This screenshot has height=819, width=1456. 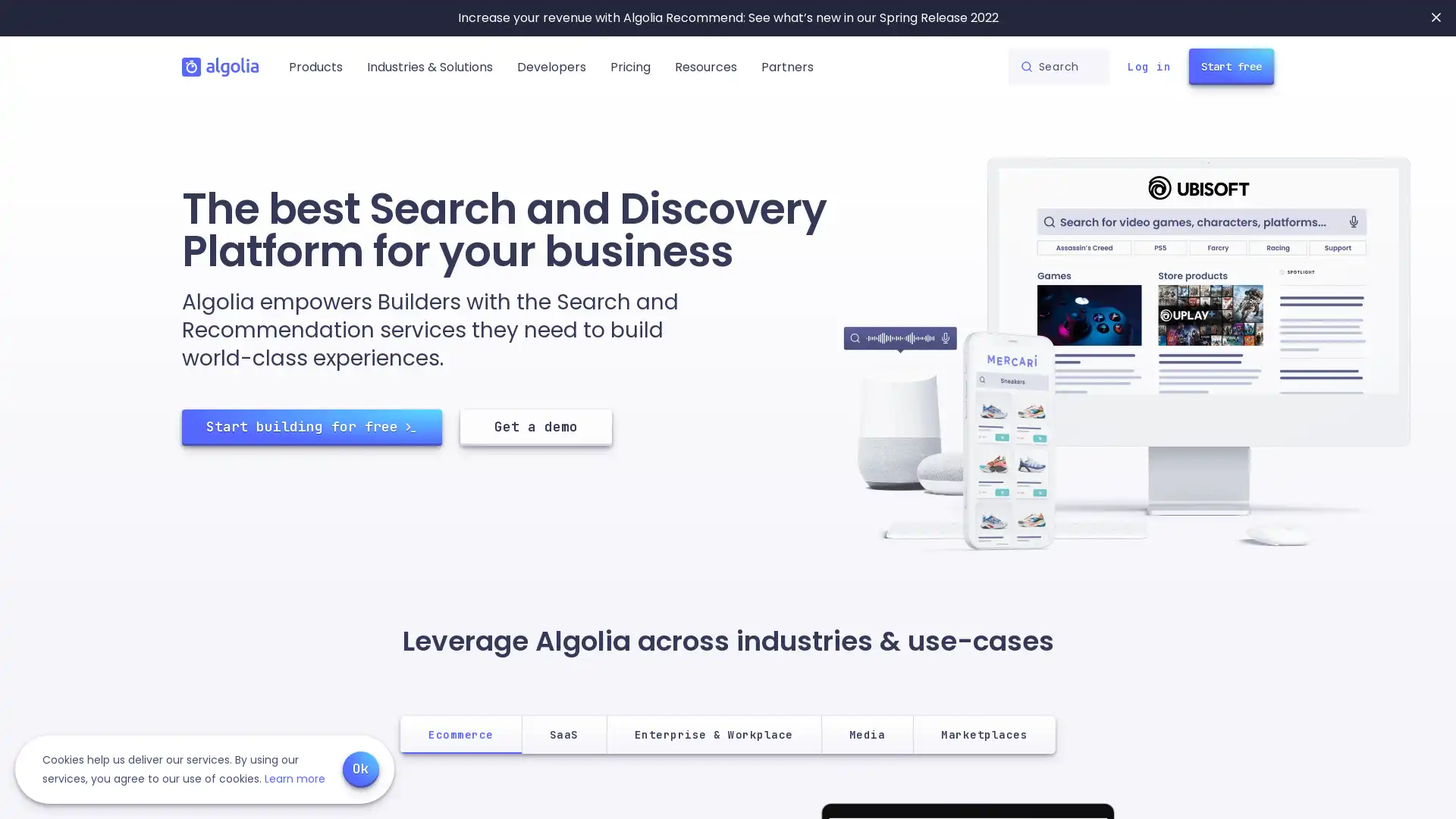 What do you see at coordinates (359, 769) in the screenshot?
I see `Ok` at bounding box center [359, 769].